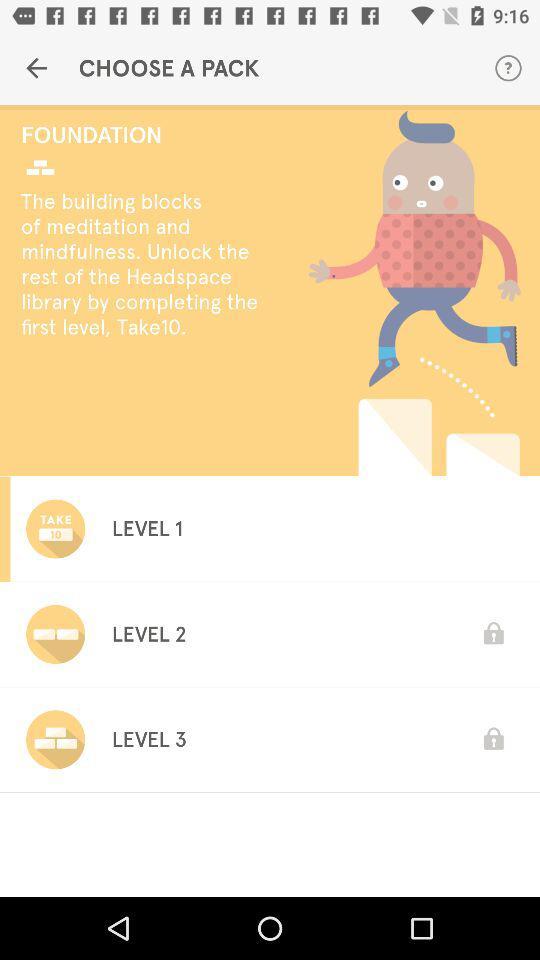 The width and height of the screenshot is (540, 960). What do you see at coordinates (508, 68) in the screenshot?
I see `the icon at the top right corner` at bounding box center [508, 68].